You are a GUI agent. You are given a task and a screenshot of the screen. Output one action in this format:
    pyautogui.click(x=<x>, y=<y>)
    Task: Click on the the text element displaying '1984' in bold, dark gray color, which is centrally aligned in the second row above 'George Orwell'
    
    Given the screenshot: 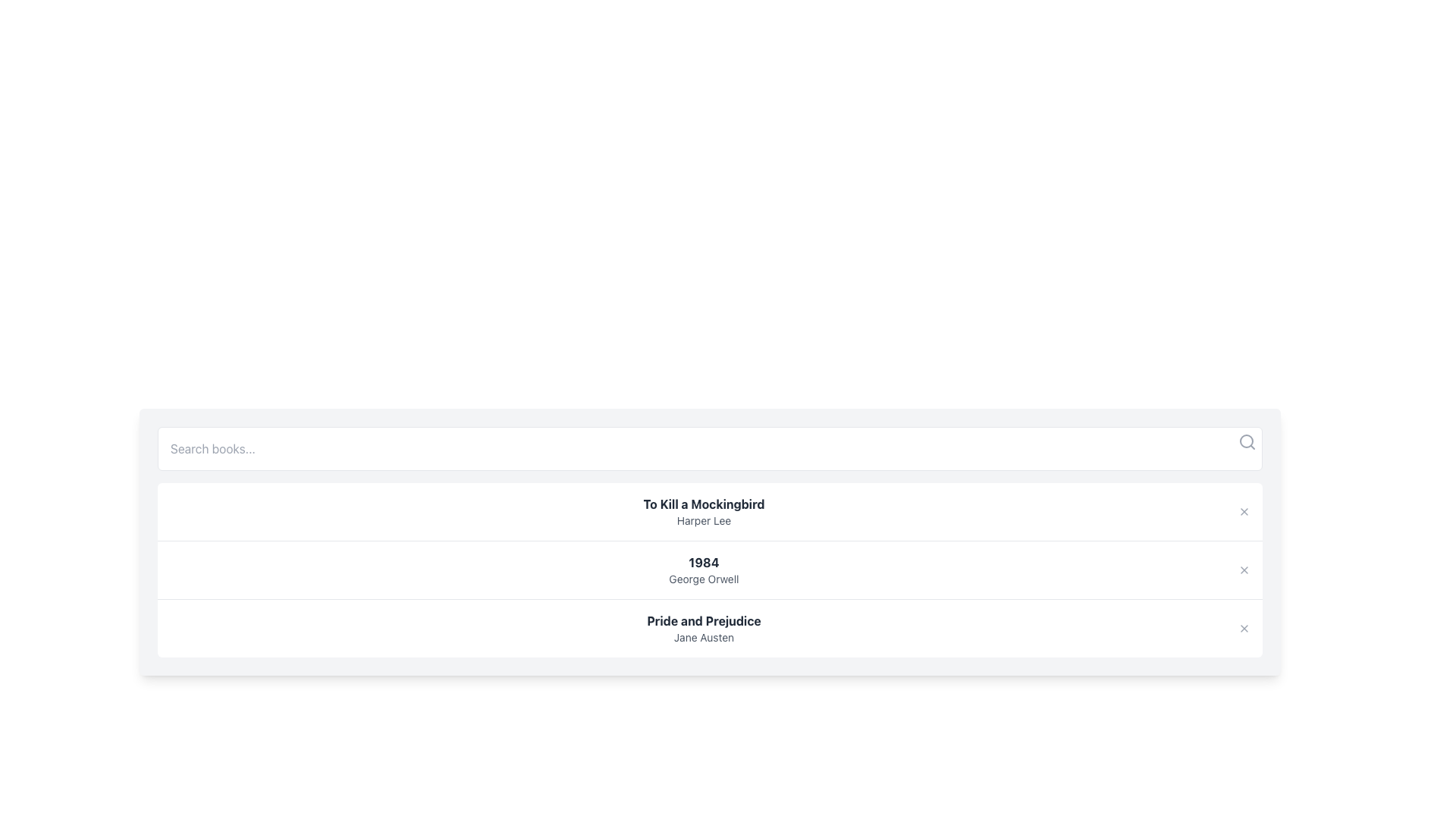 What is the action you would take?
    pyautogui.click(x=703, y=562)
    